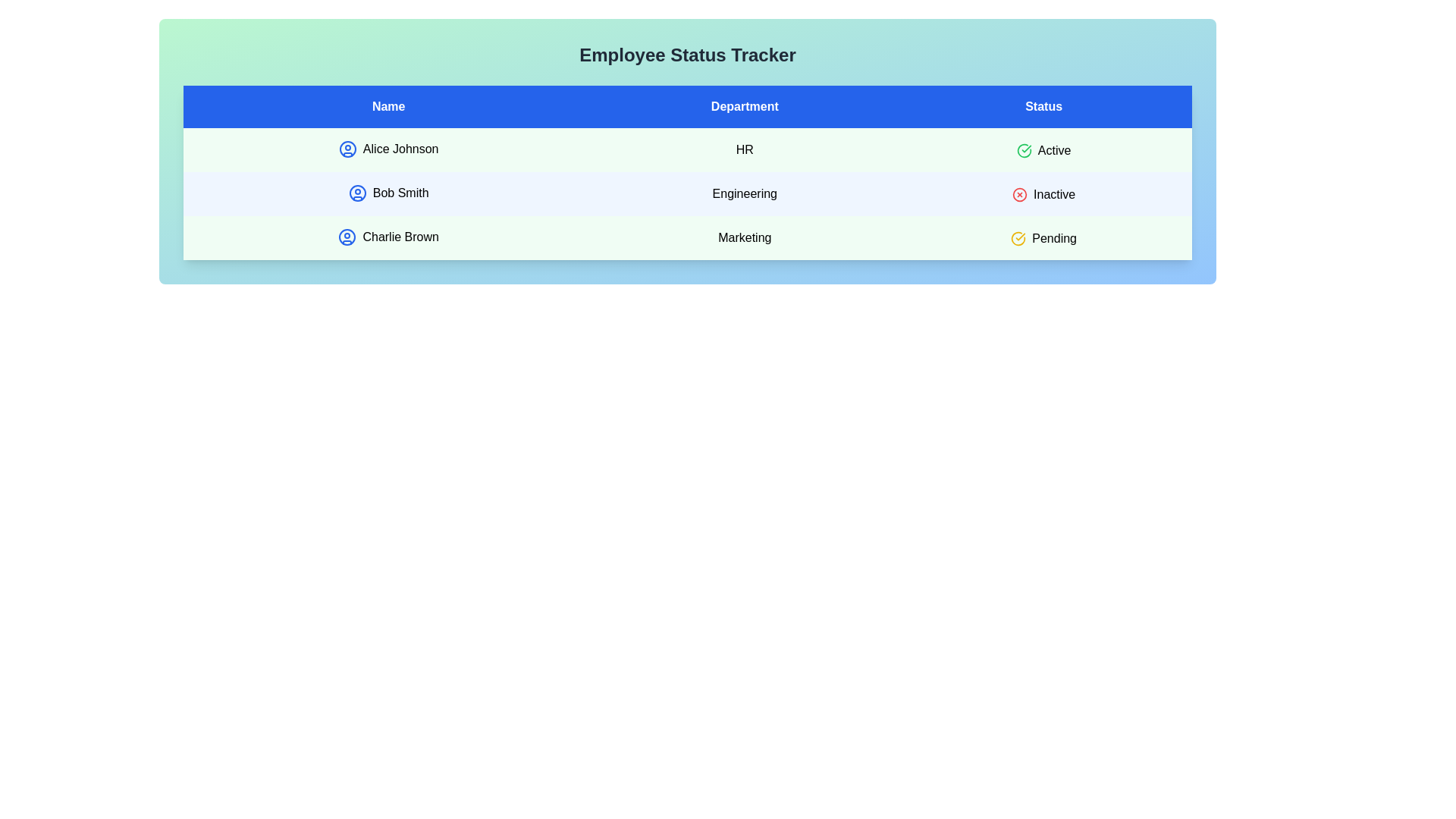 Image resolution: width=1456 pixels, height=819 pixels. What do you see at coordinates (687, 193) in the screenshot?
I see `the row corresponding to Bob Smith` at bounding box center [687, 193].